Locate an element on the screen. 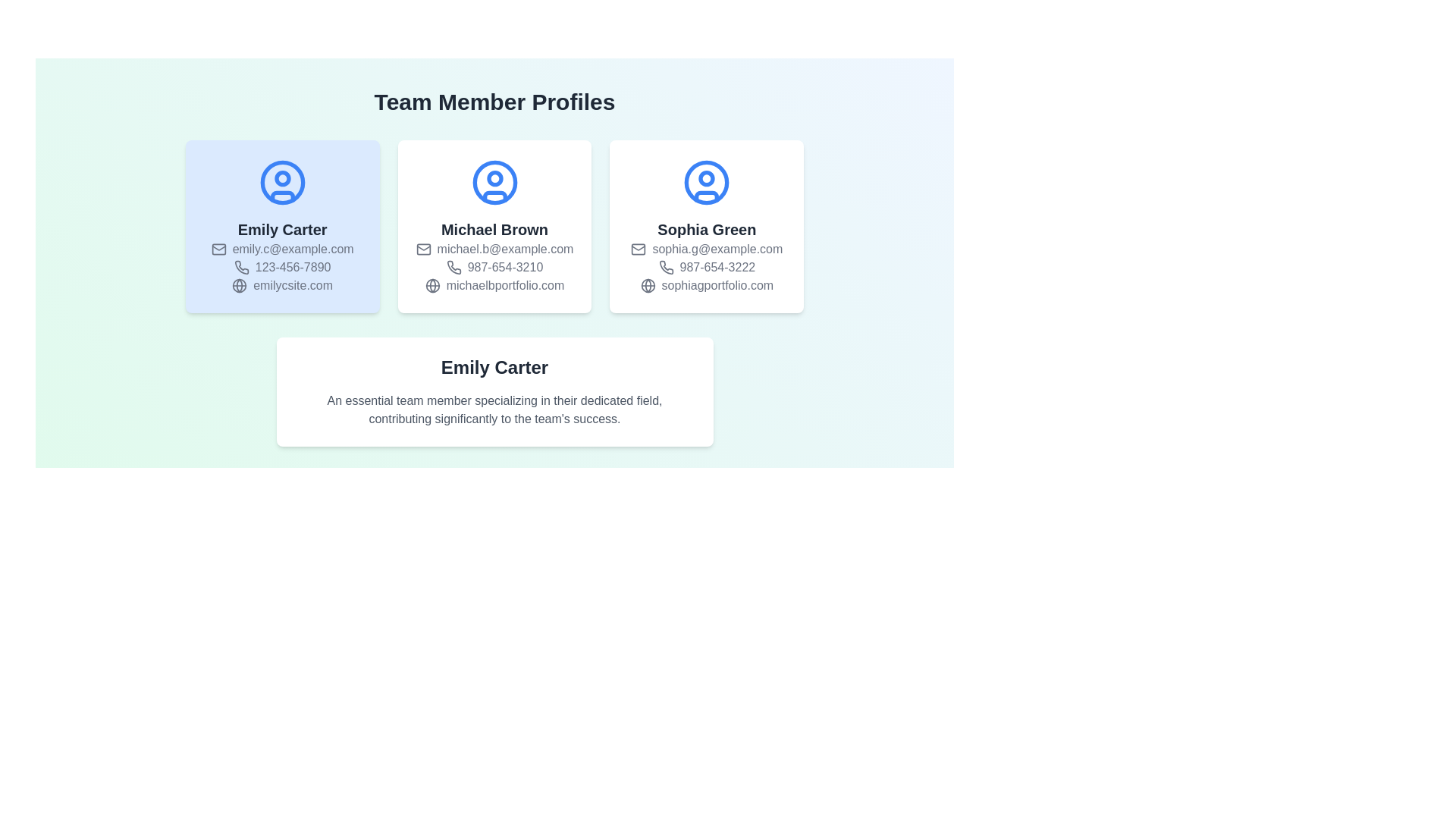 Image resolution: width=1456 pixels, height=819 pixels. the phone icon located to the left of the contact phone number '987-654-3222' for 'Sophia Green' is located at coordinates (666, 267).